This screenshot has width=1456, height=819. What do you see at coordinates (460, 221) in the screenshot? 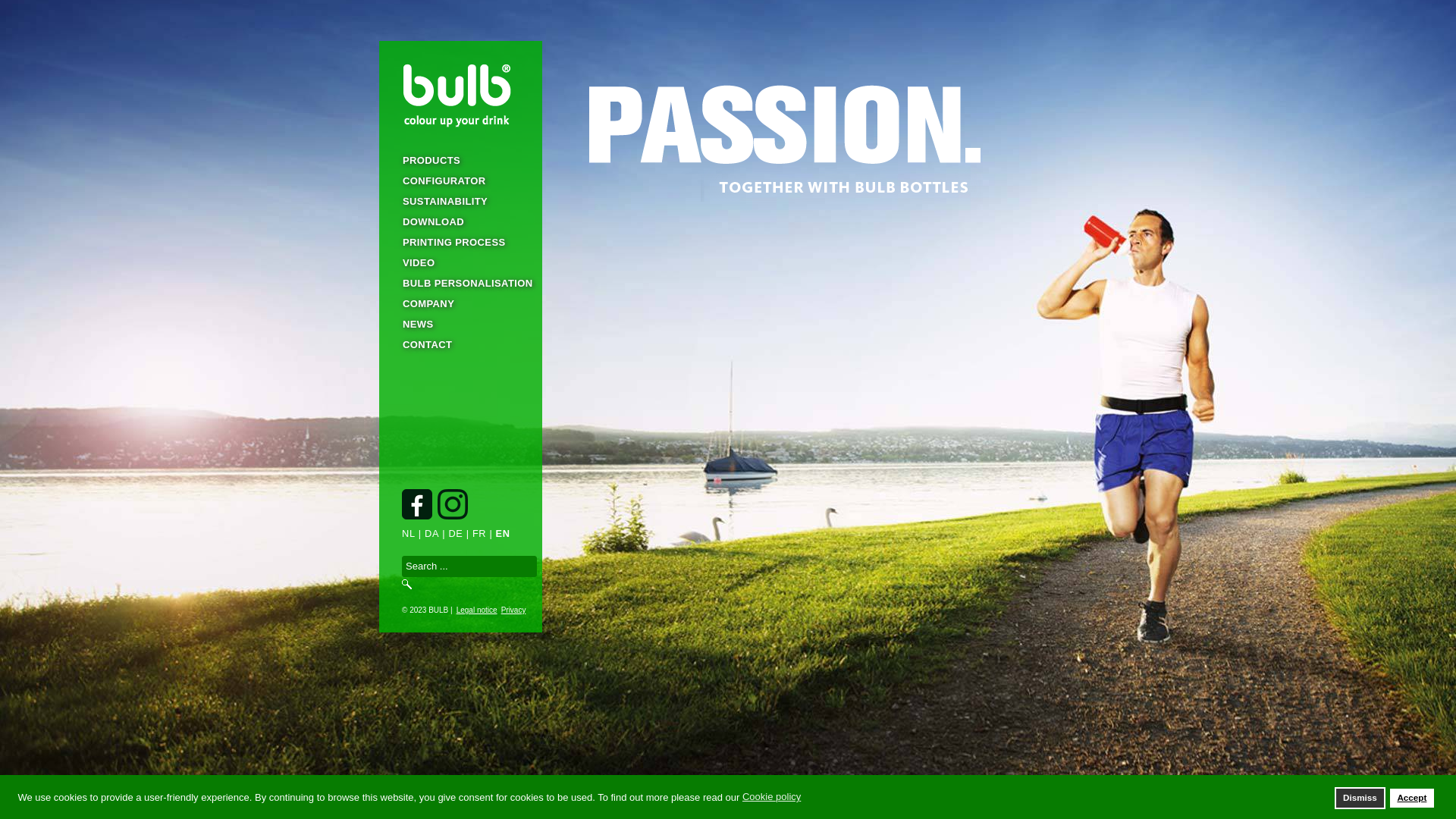
I see `'DOWNLOAD'` at bounding box center [460, 221].